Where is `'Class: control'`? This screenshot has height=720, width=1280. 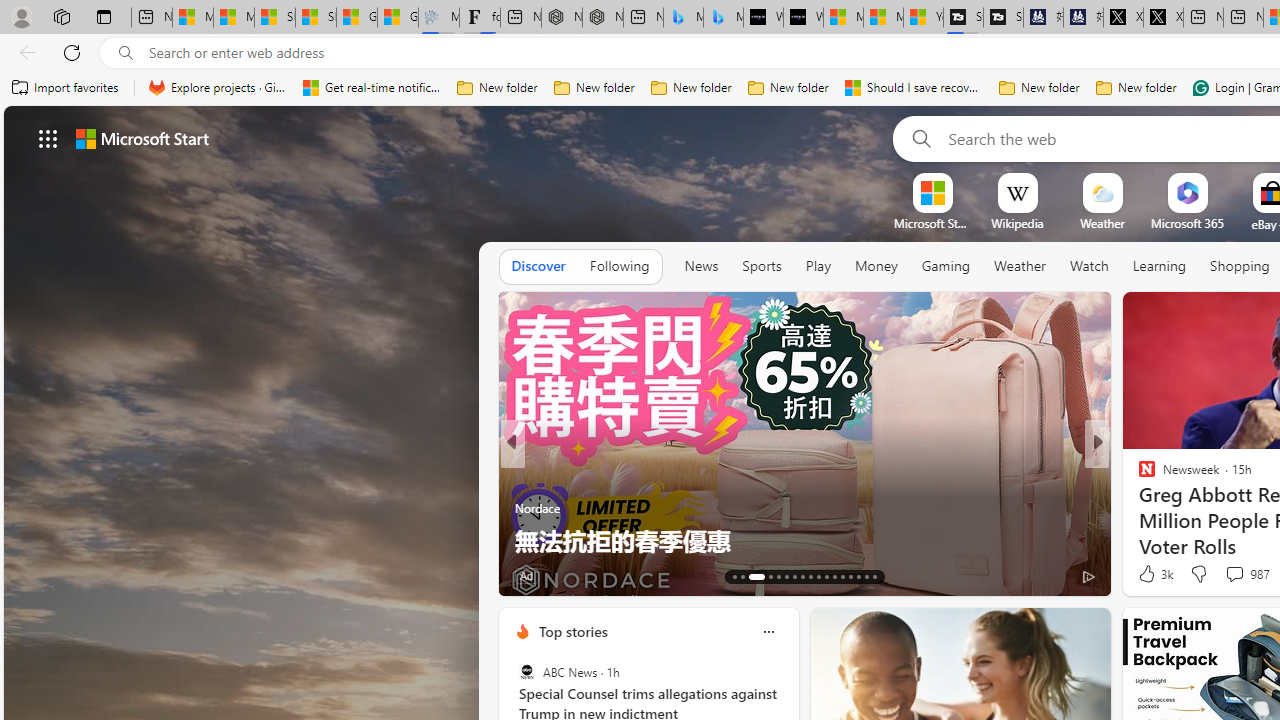 'Class: control' is located at coordinates (48, 137).